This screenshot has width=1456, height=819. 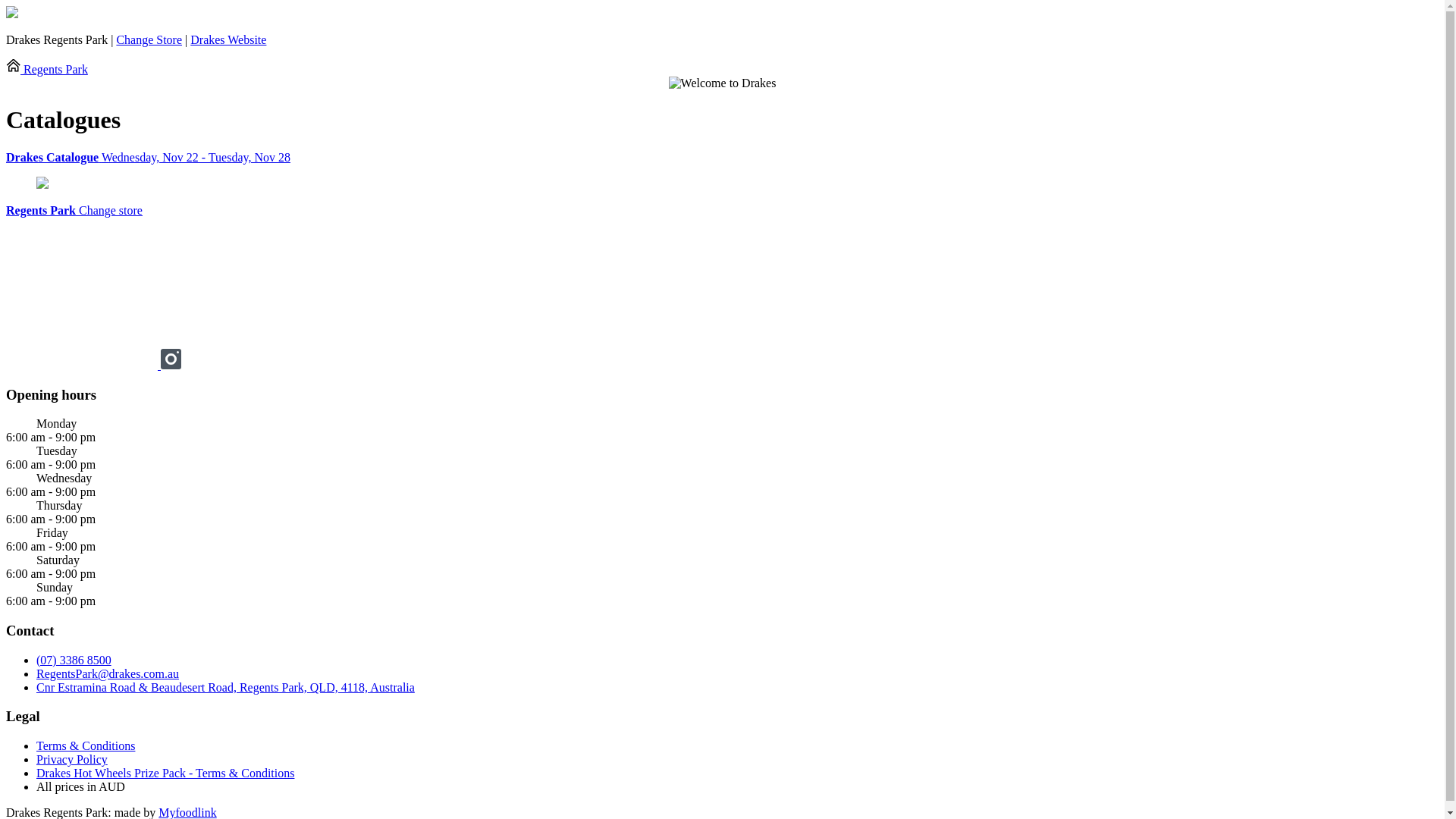 I want to click on 'Regents Park Change store', so click(x=73, y=210).